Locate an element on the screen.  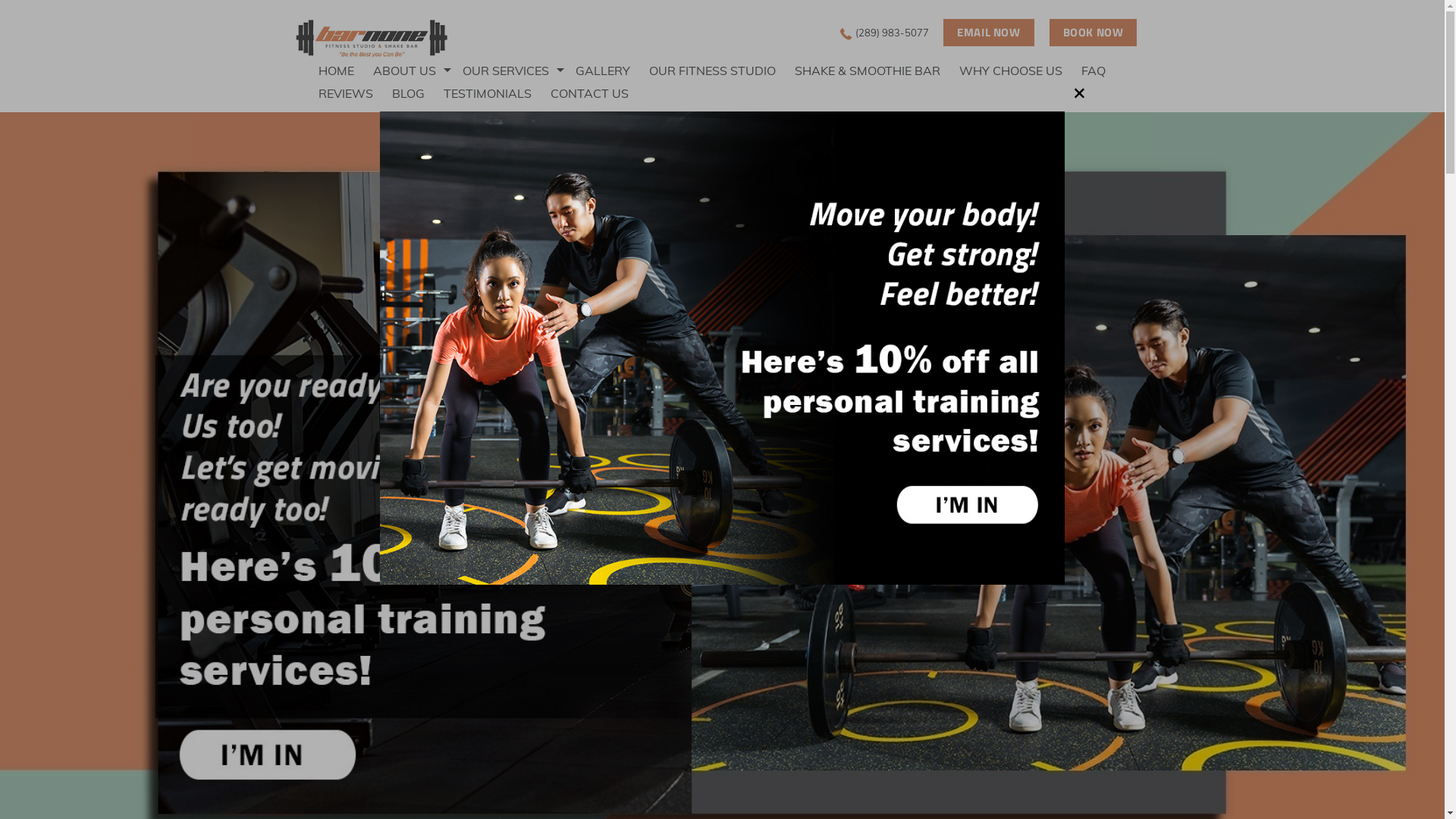
'GALLERY' is located at coordinates (612, 70).